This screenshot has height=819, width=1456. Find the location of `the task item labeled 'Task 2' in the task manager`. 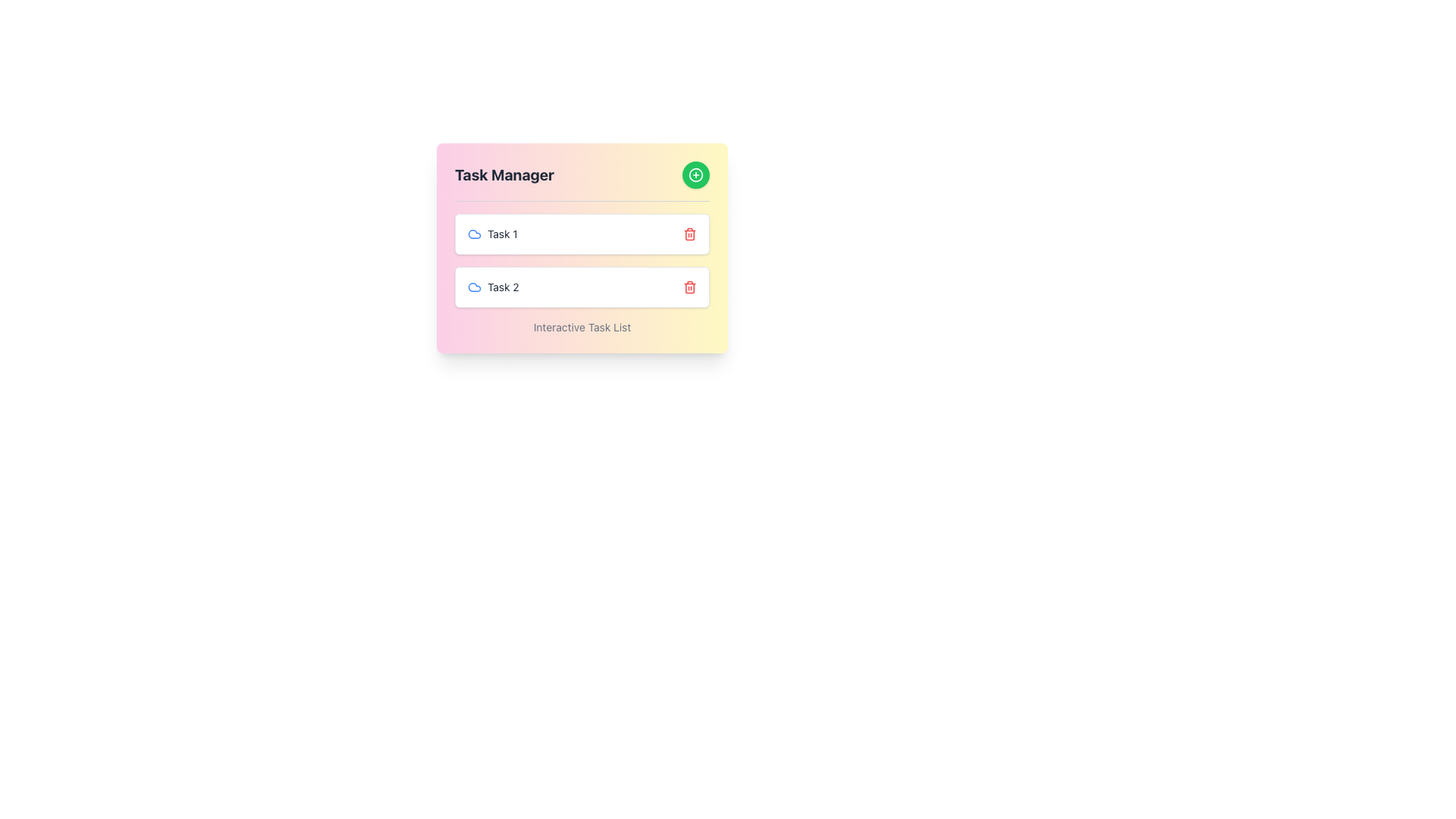

the task item labeled 'Task 2' in the task manager is located at coordinates (582, 287).